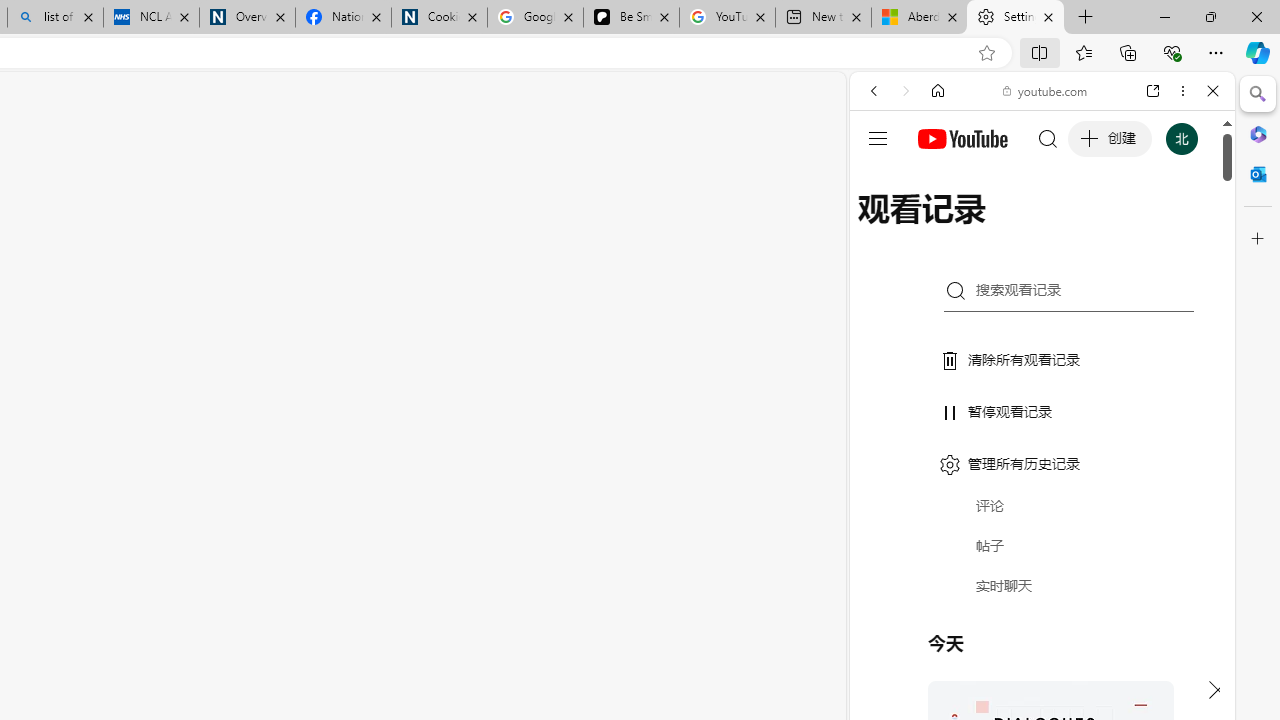  Describe the element at coordinates (150, 17) in the screenshot. I see `'NCL Adult Asthma Inhaler Choice Guideline'` at that location.